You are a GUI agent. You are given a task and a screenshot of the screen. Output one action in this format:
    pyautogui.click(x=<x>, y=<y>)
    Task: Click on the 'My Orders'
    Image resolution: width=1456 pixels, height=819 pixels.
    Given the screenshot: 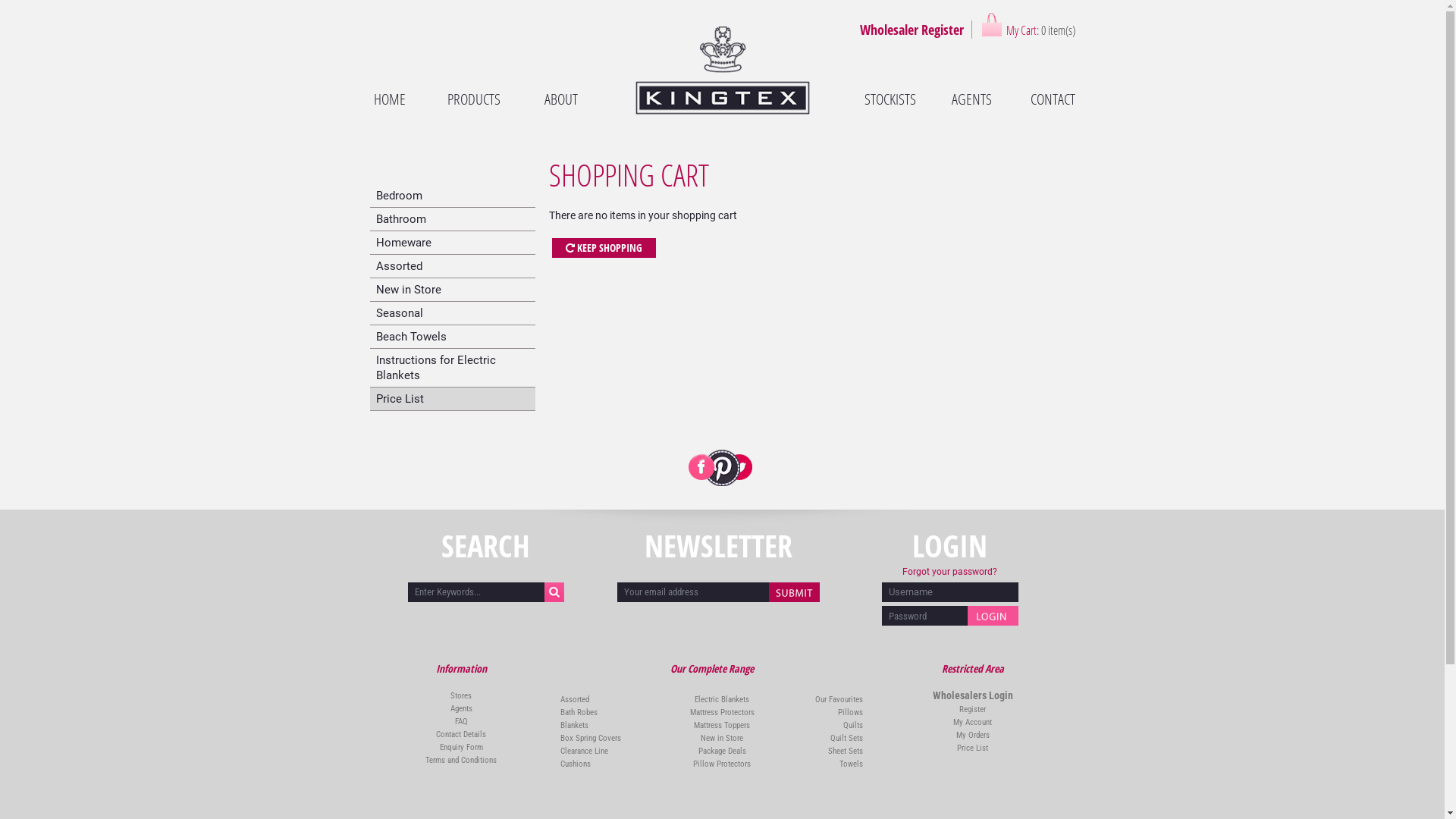 What is the action you would take?
    pyautogui.click(x=972, y=734)
    